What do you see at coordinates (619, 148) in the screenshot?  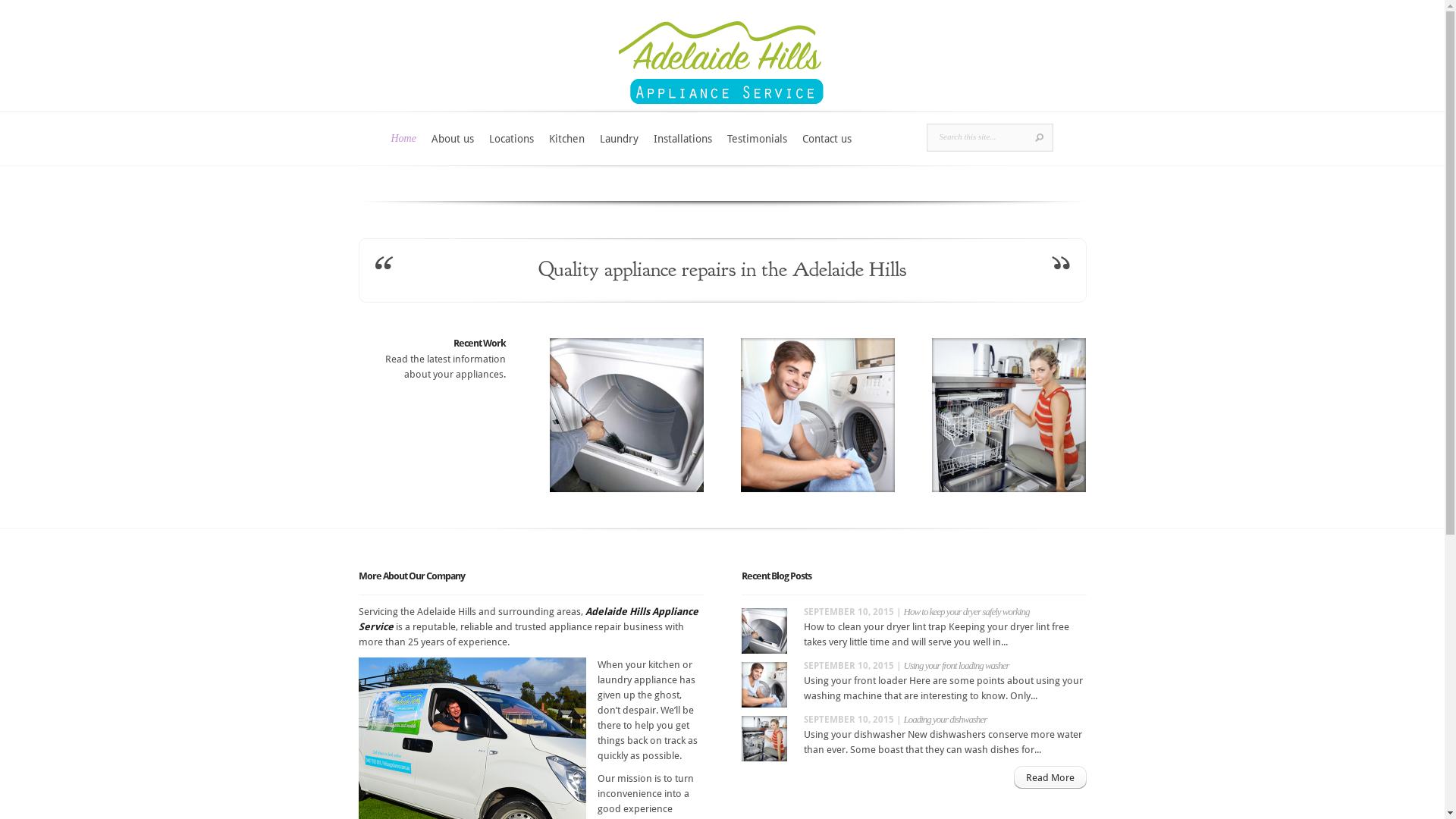 I see `'Laundry'` at bounding box center [619, 148].